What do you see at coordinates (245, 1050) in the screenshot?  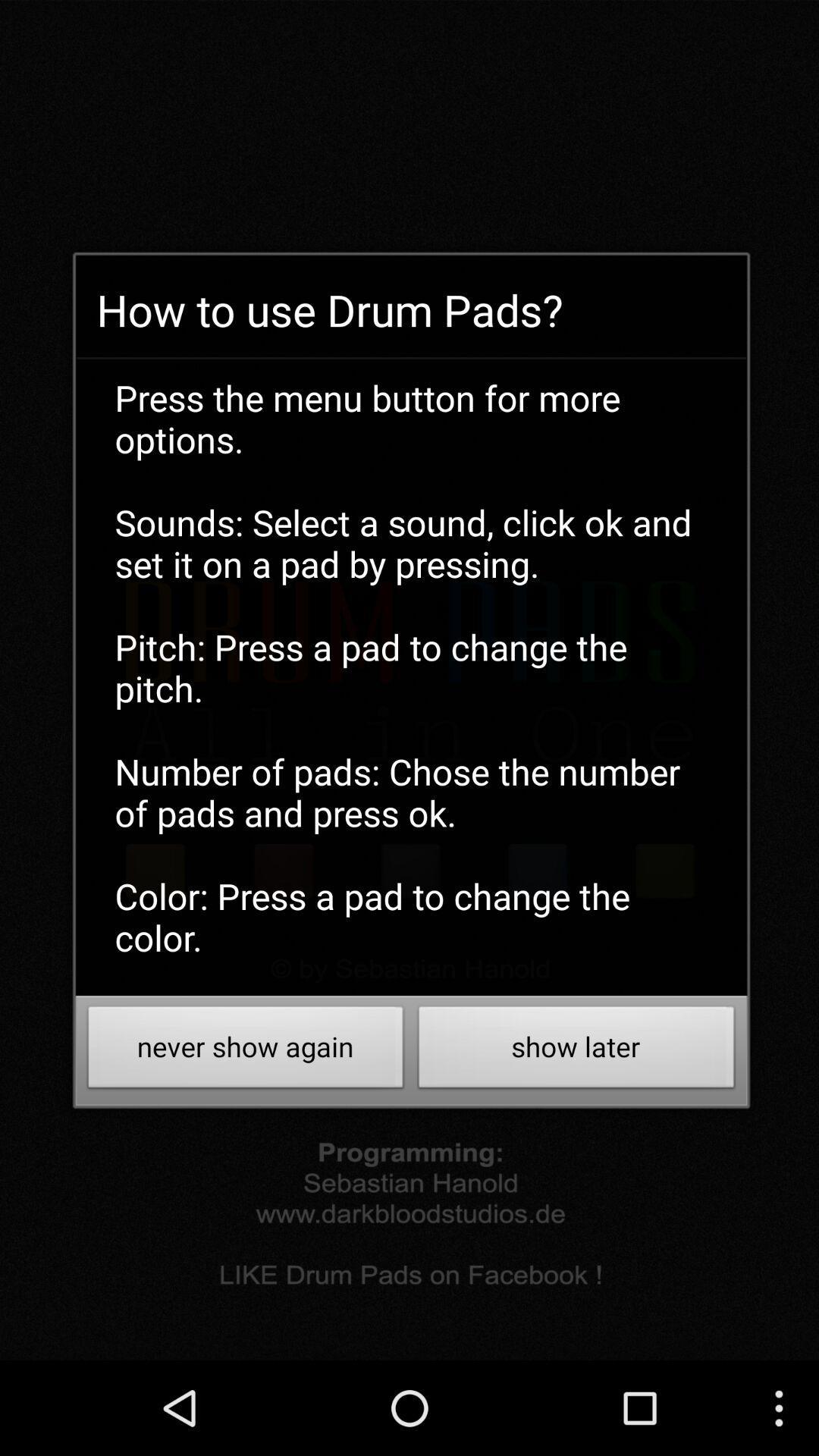 I see `never show again` at bounding box center [245, 1050].